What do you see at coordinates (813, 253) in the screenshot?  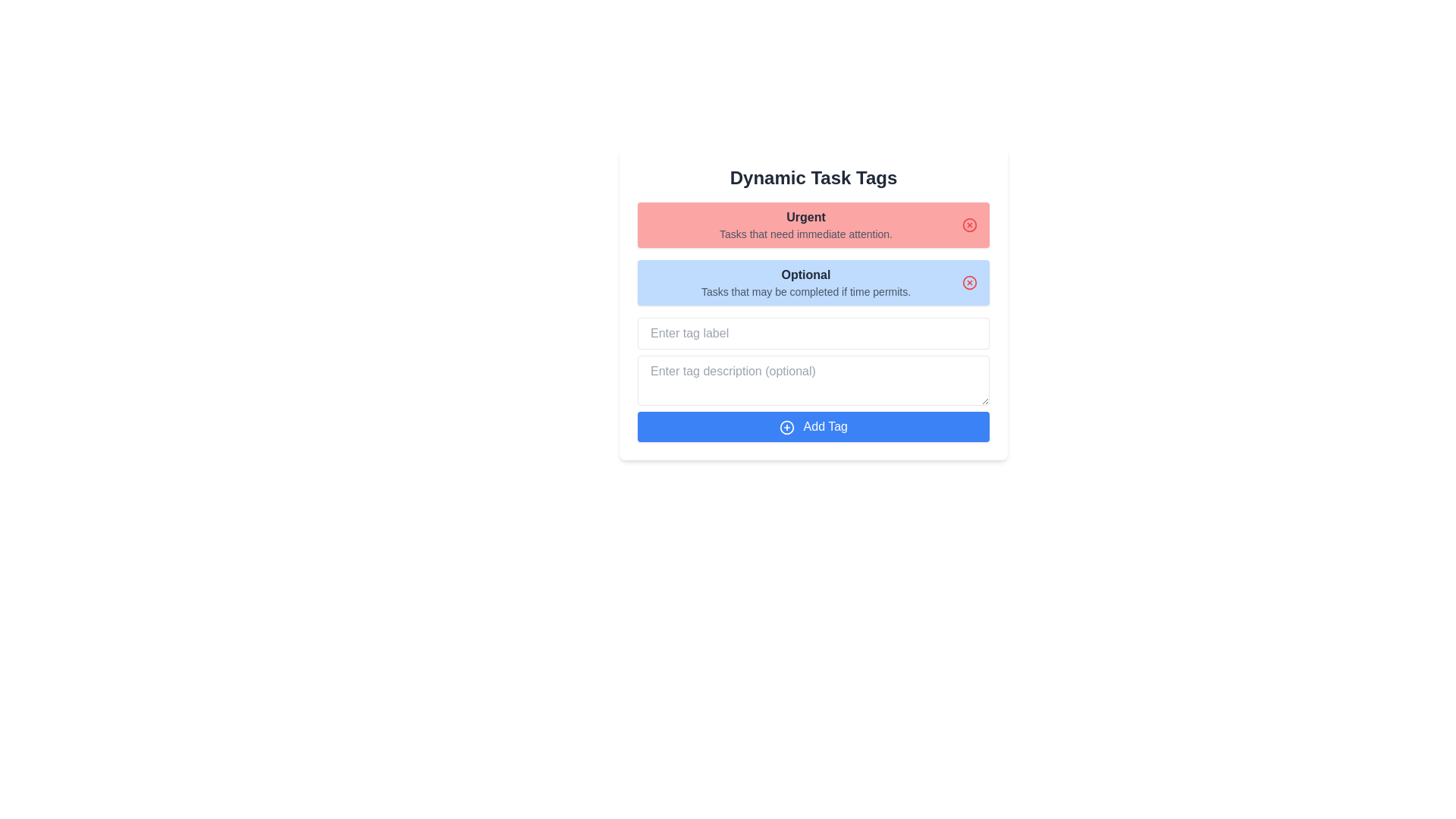 I see `the Panel grouping tasks by priority, which consists of a red section labeled 'Urgent' and a blue section labeled 'Optional', located centrally under the title 'Dynamic Task Tags'` at bounding box center [813, 253].